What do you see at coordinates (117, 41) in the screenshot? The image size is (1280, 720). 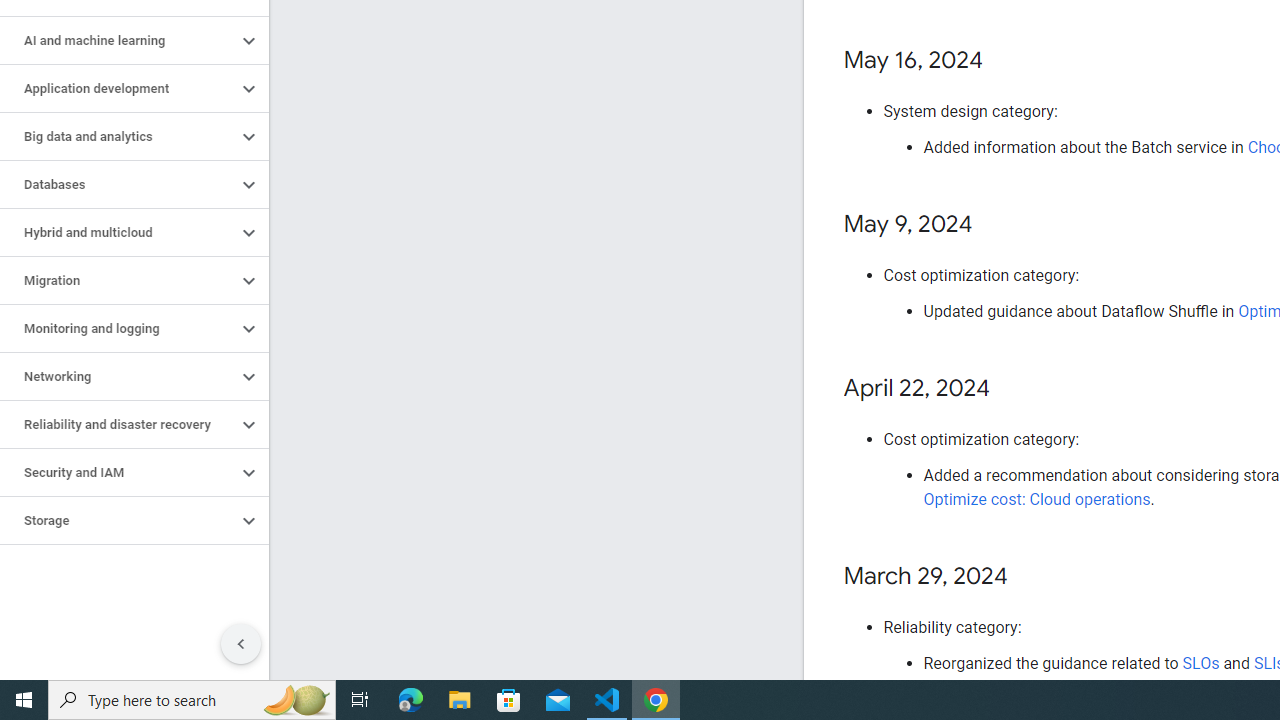 I see `'AI and machine learning'` at bounding box center [117, 41].